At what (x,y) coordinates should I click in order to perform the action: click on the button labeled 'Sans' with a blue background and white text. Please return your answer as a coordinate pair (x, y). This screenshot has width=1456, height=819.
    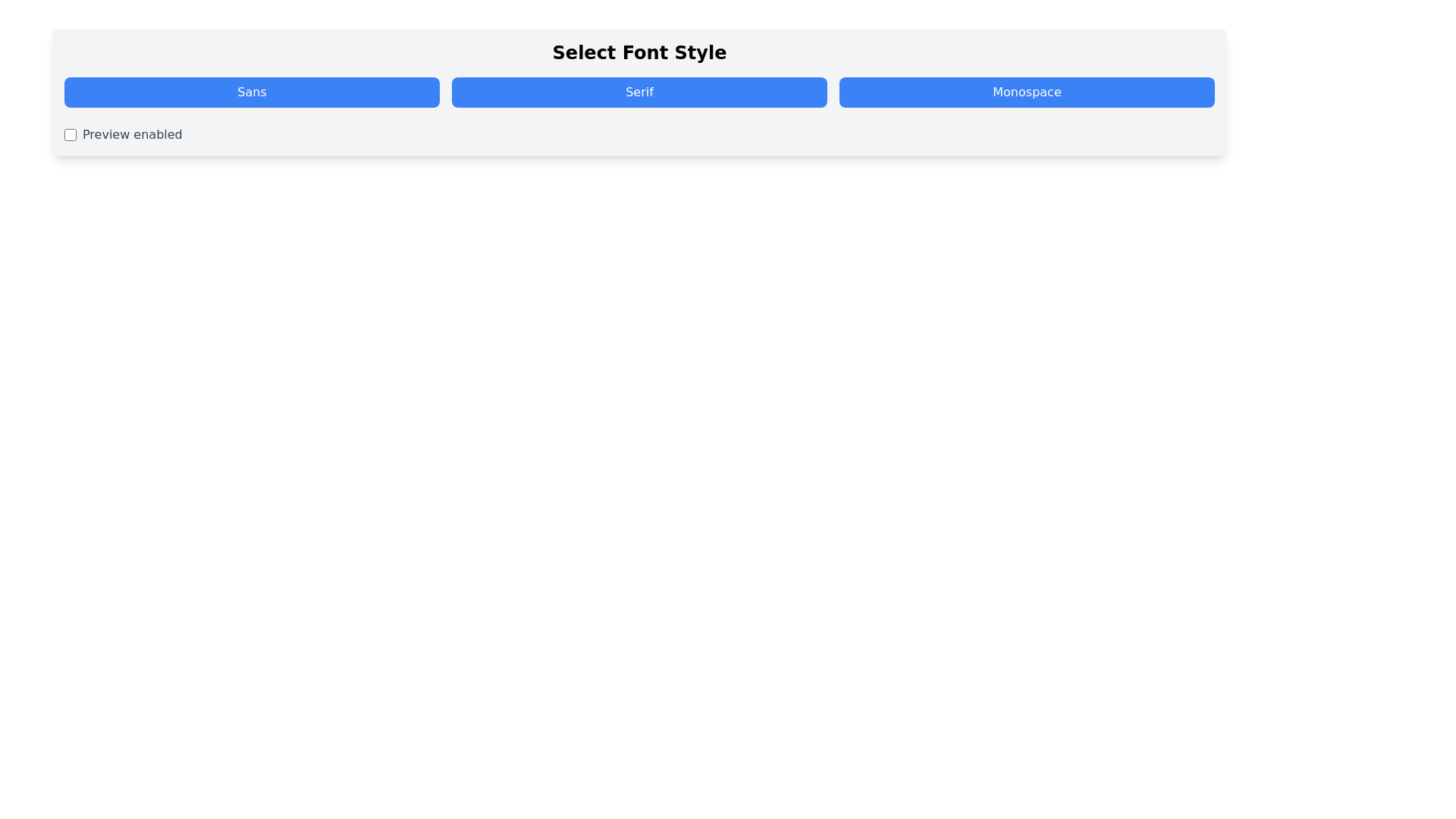
    Looking at the image, I should click on (252, 93).